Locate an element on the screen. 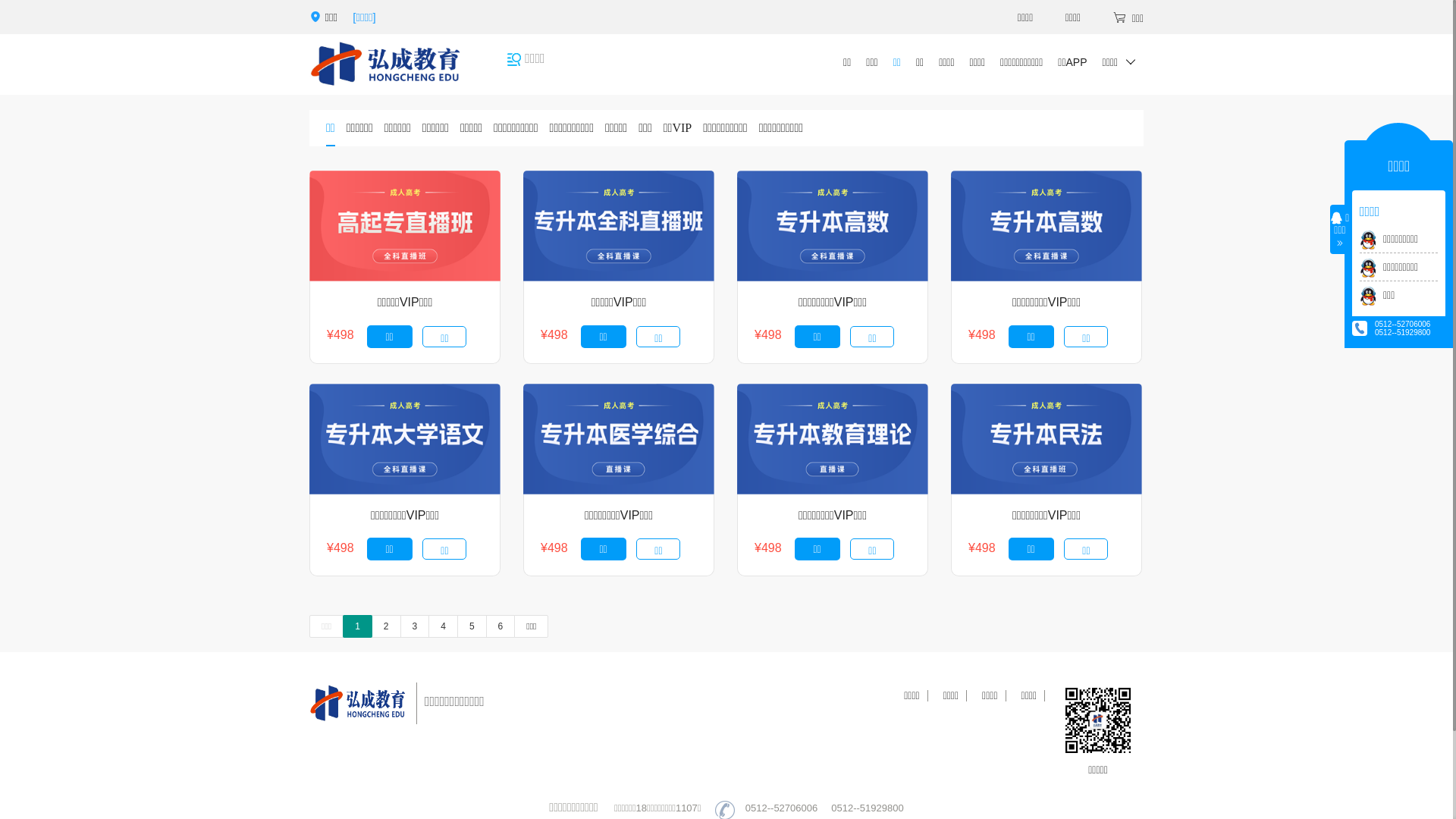  '6' is located at coordinates (500, 626).